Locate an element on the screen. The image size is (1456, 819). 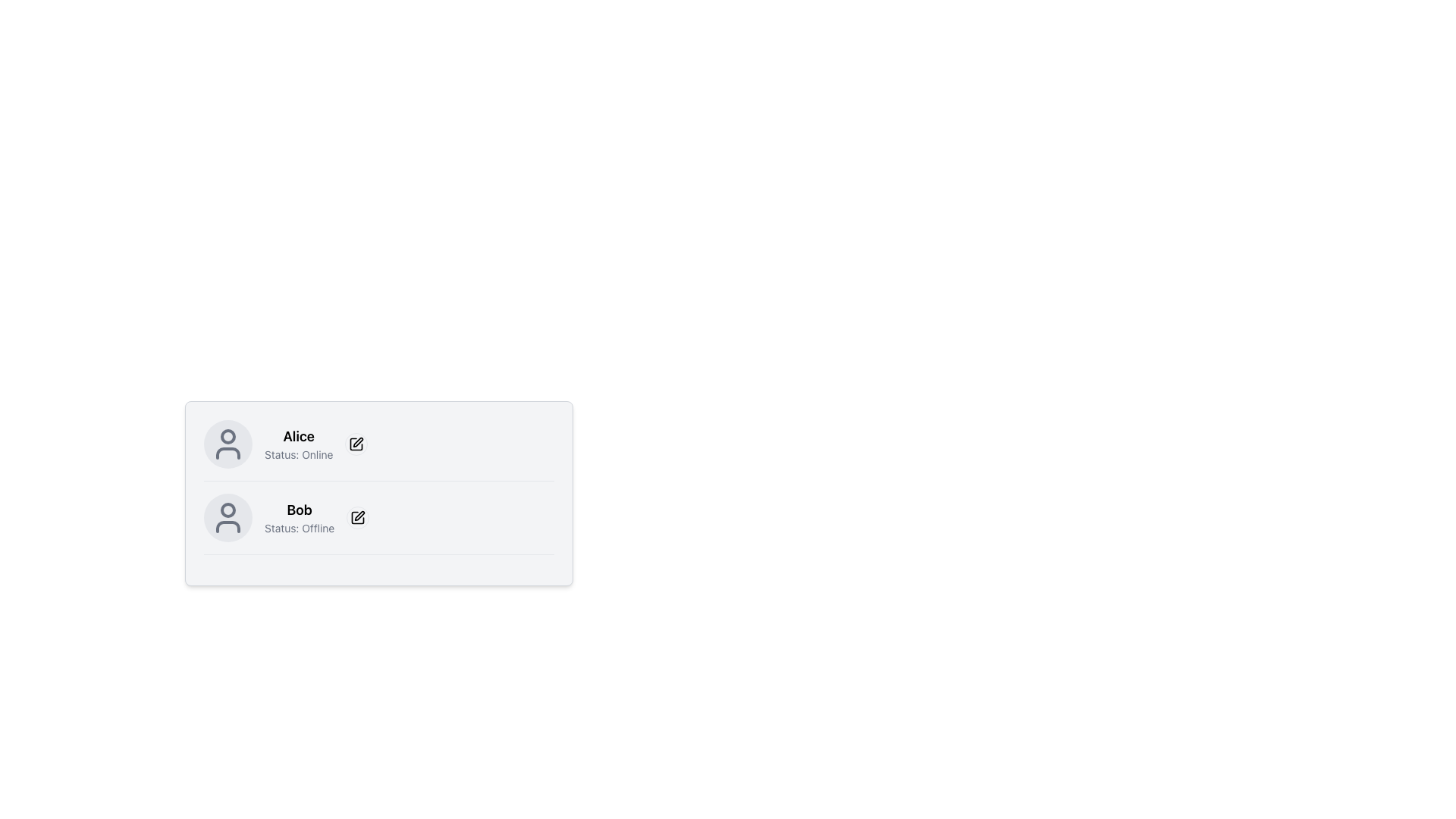
the small, square-like button with rounded edges and a pen icon, located to the right of the label displaying 'Bob' and 'Status: Offline' is located at coordinates (357, 516).